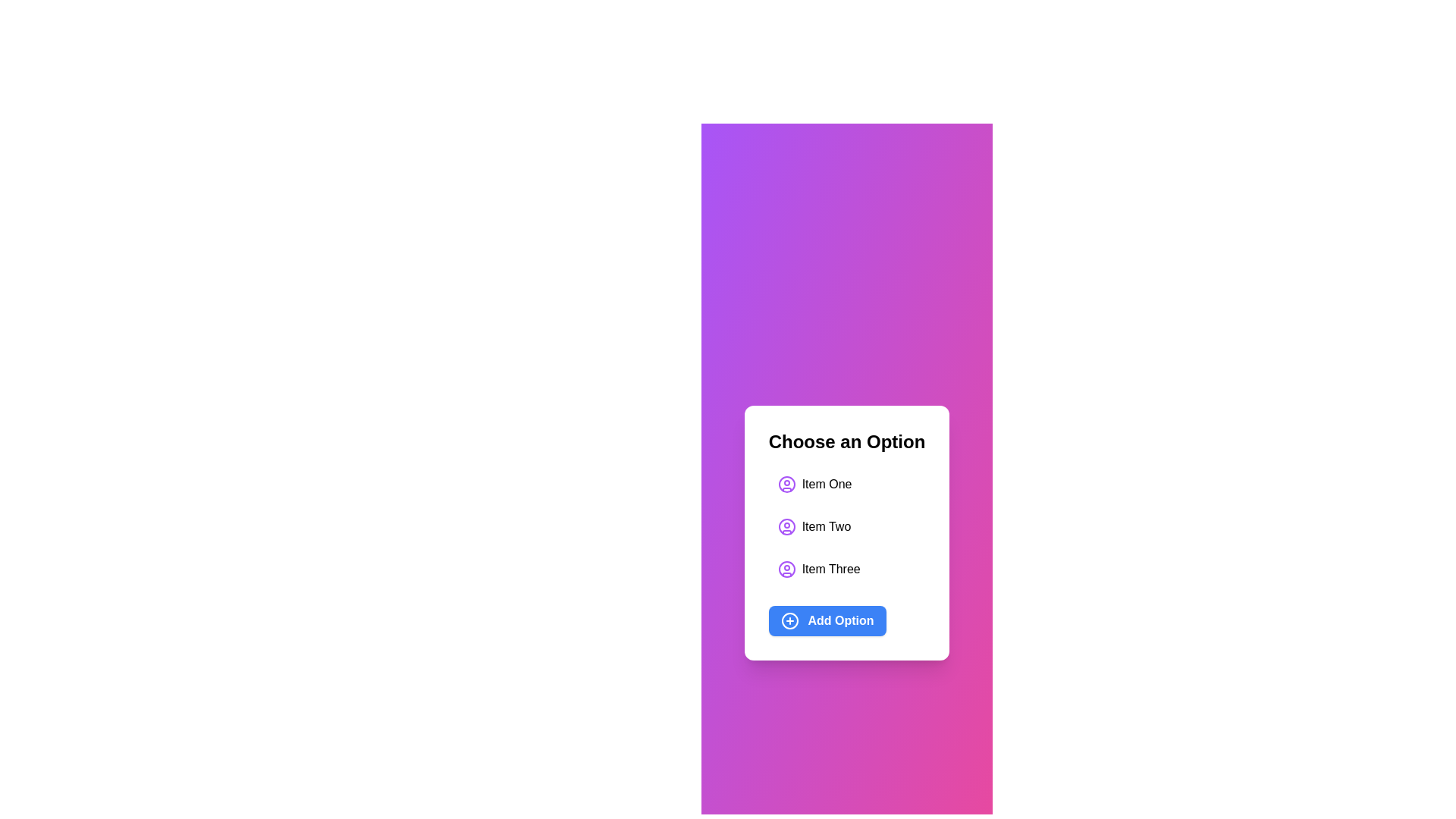  Describe the element at coordinates (818, 569) in the screenshot. I see `the list item Item Three to select it` at that location.